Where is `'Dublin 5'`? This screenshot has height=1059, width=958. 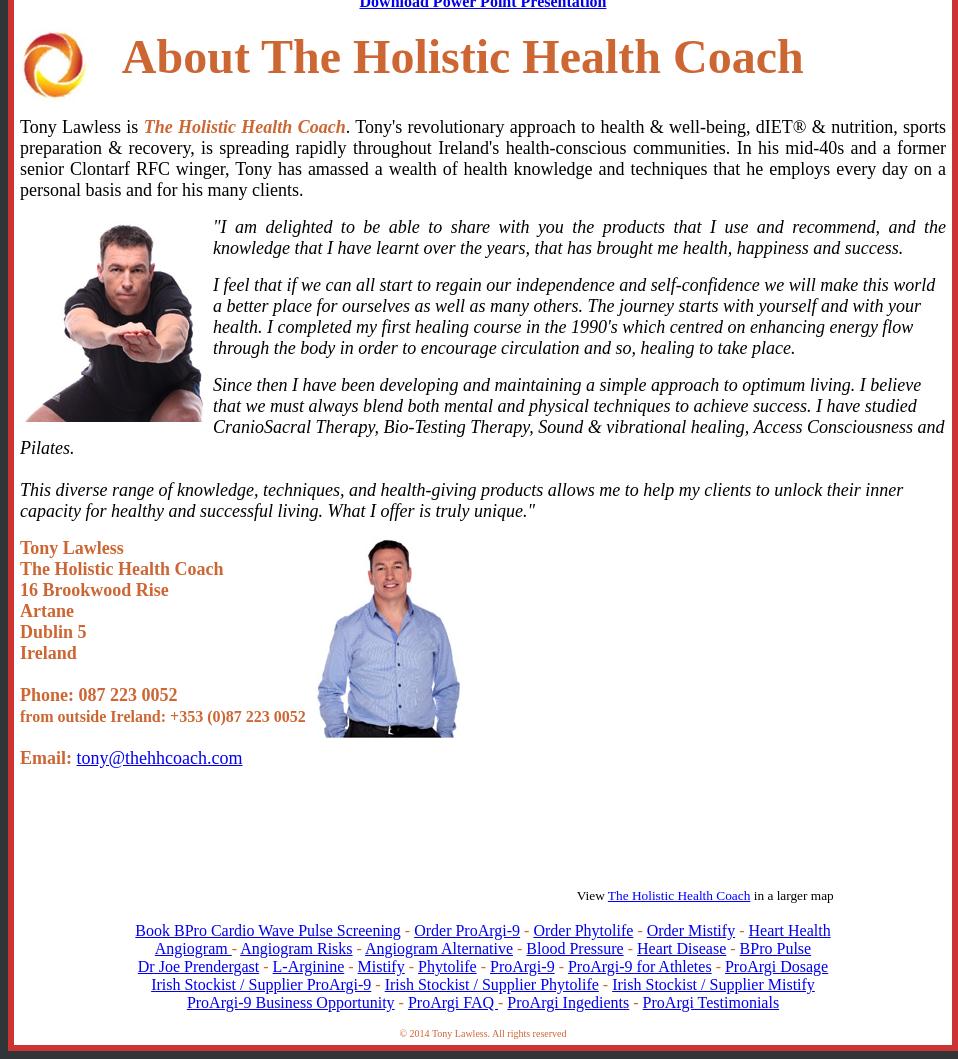
'Dublin 5' is located at coordinates (51, 629).